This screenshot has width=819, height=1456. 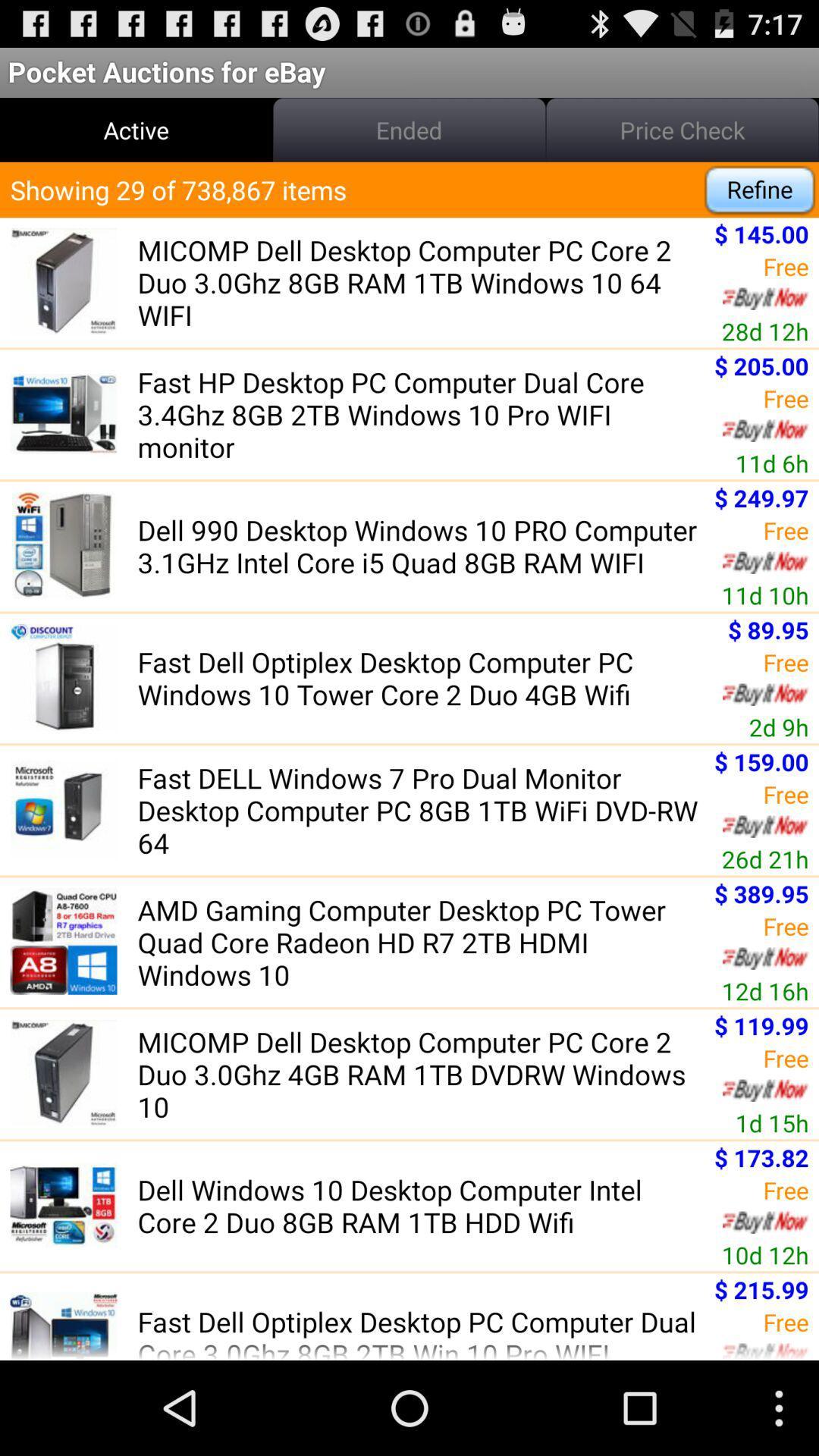 I want to click on app above the $ 249.97, so click(x=772, y=462).